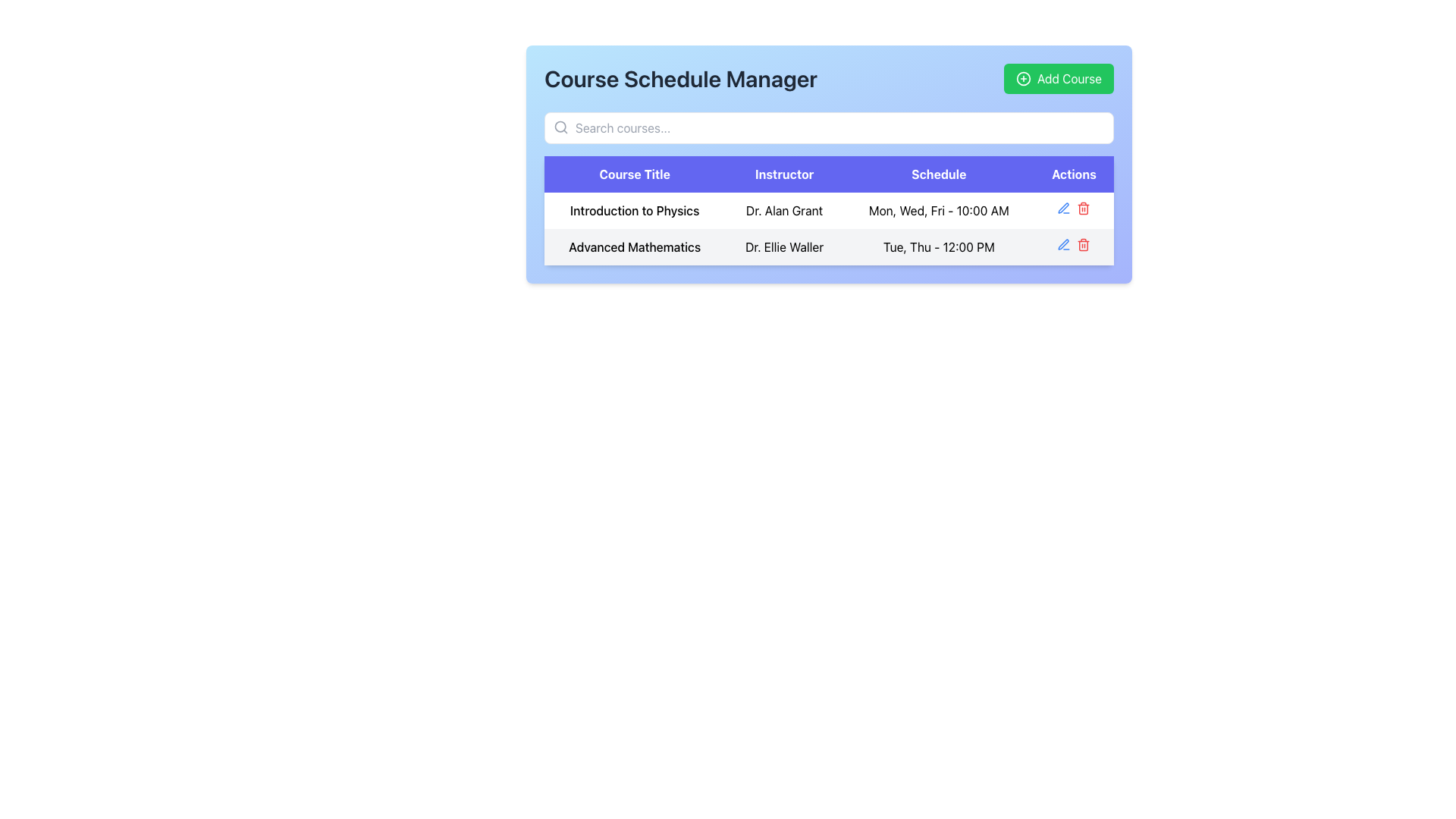  I want to click on the 'Course Title' label, which is a bold white text on a purple background, so click(635, 174).